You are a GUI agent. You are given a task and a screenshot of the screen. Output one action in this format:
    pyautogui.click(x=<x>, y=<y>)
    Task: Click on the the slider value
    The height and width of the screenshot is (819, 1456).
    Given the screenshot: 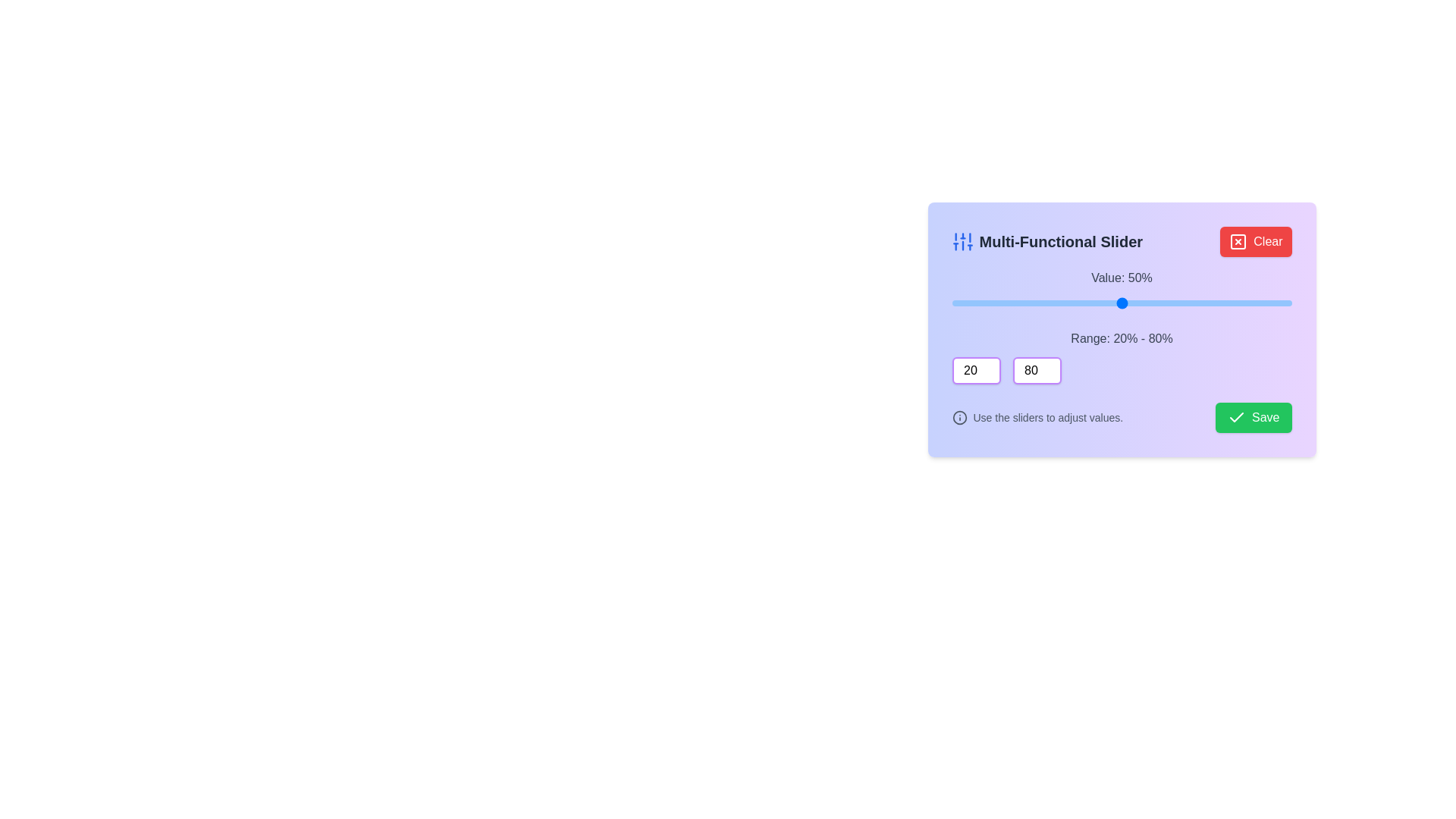 What is the action you would take?
    pyautogui.click(x=962, y=303)
    